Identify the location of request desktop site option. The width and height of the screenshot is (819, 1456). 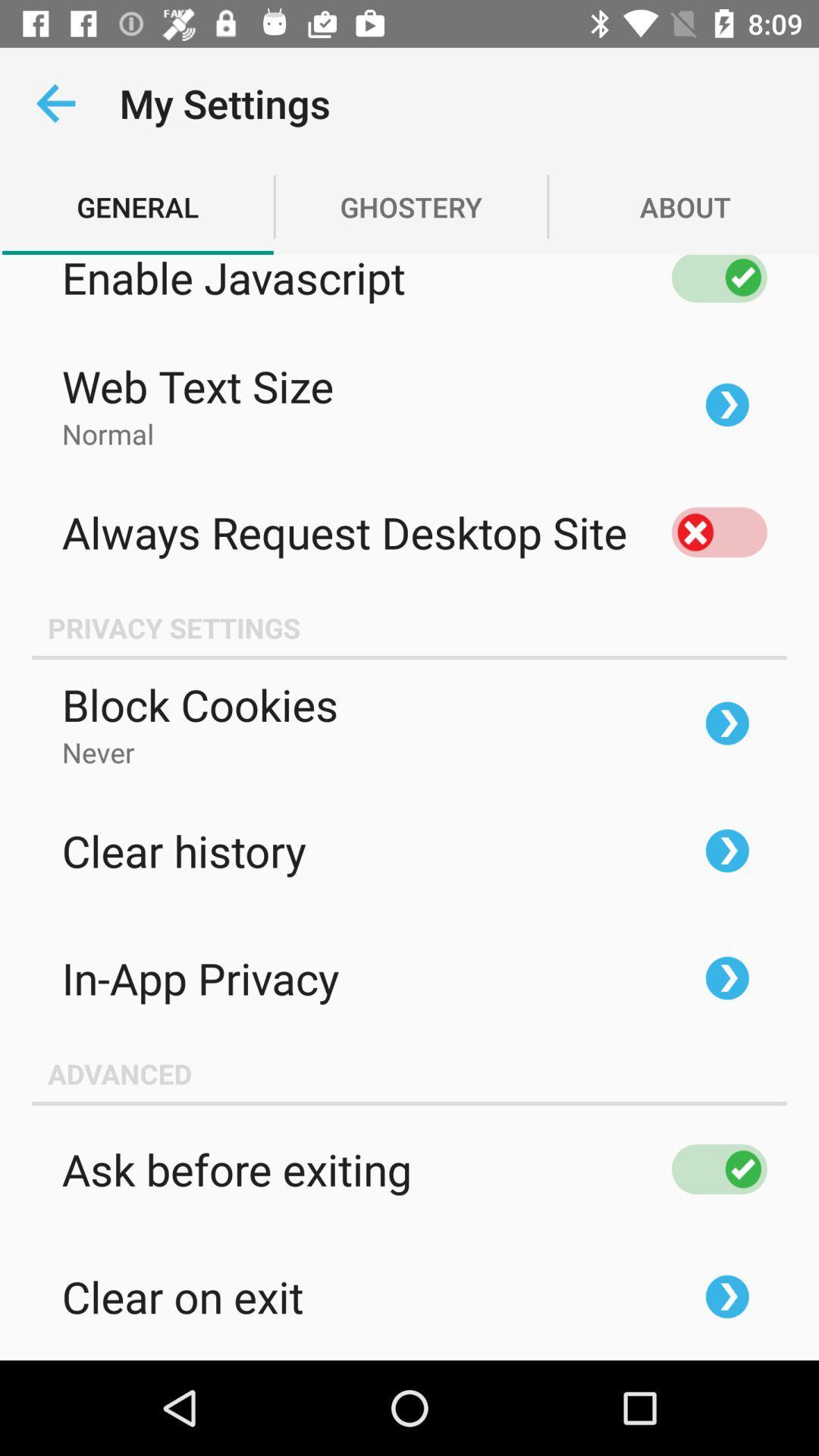
(718, 532).